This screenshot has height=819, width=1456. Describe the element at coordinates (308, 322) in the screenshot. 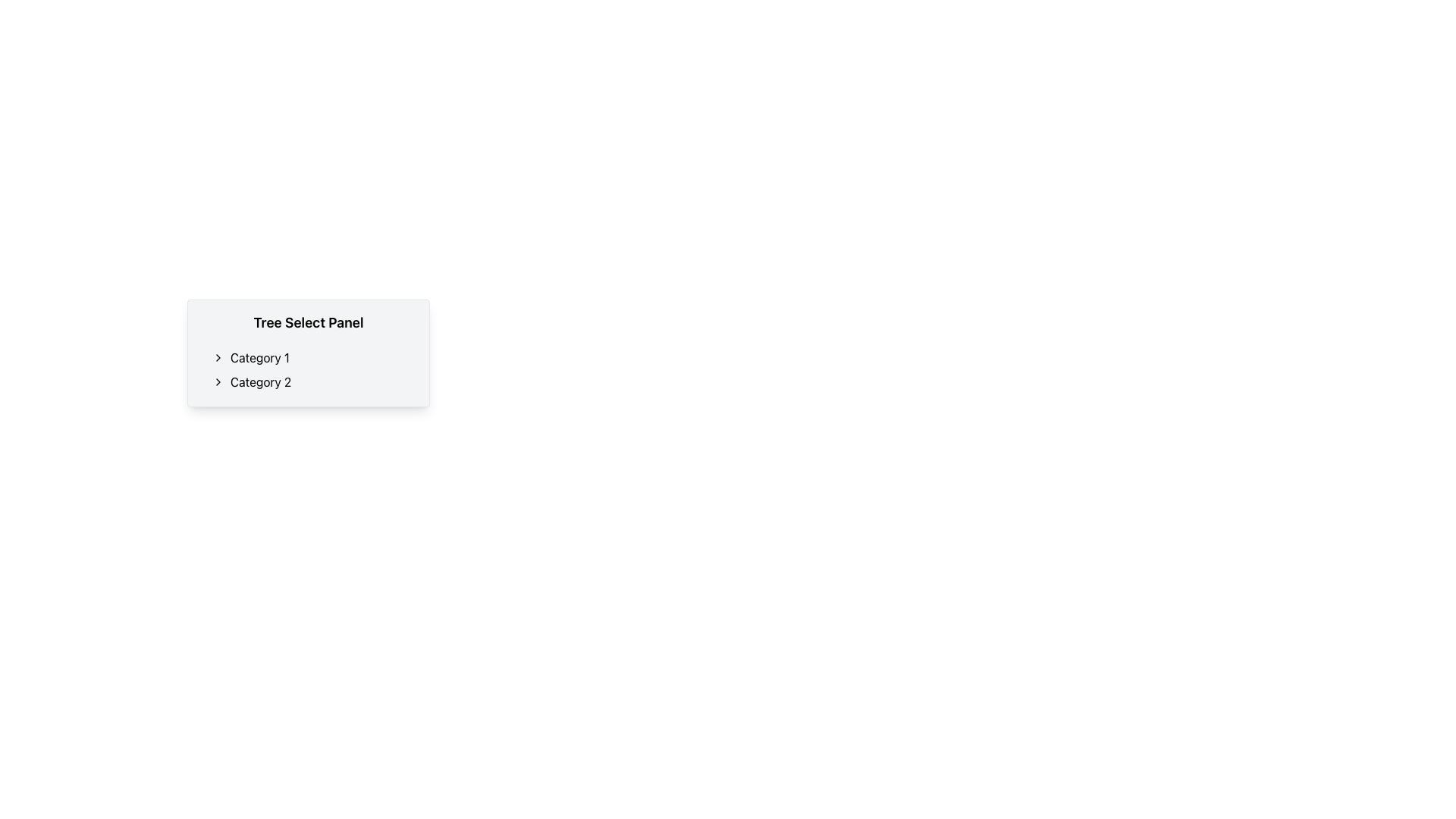

I see `the bold black title text 'Tree Select Panel' that is located within a card-like panel with a light gray background` at that location.